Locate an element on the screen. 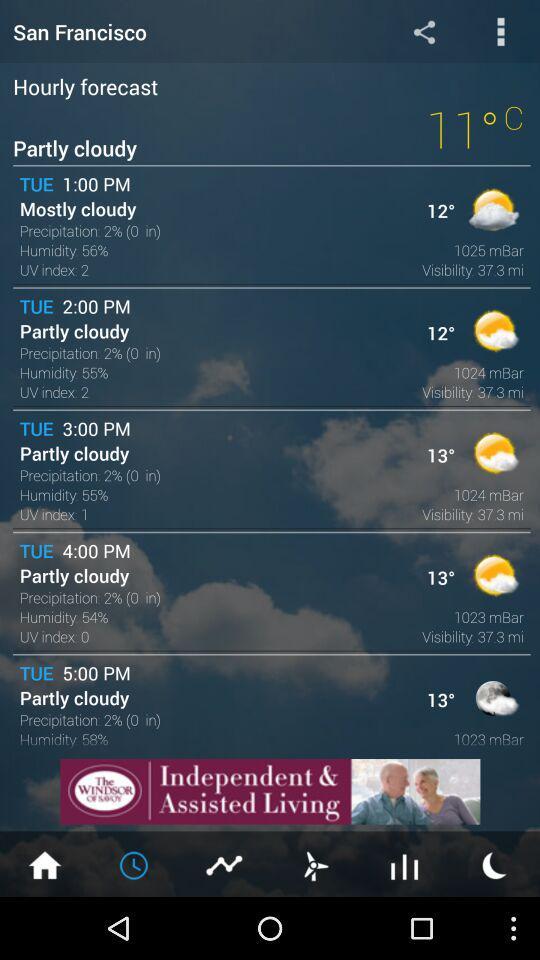 The height and width of the screenshot is (960, 540). the more icon is located at coordinates (500, 33).